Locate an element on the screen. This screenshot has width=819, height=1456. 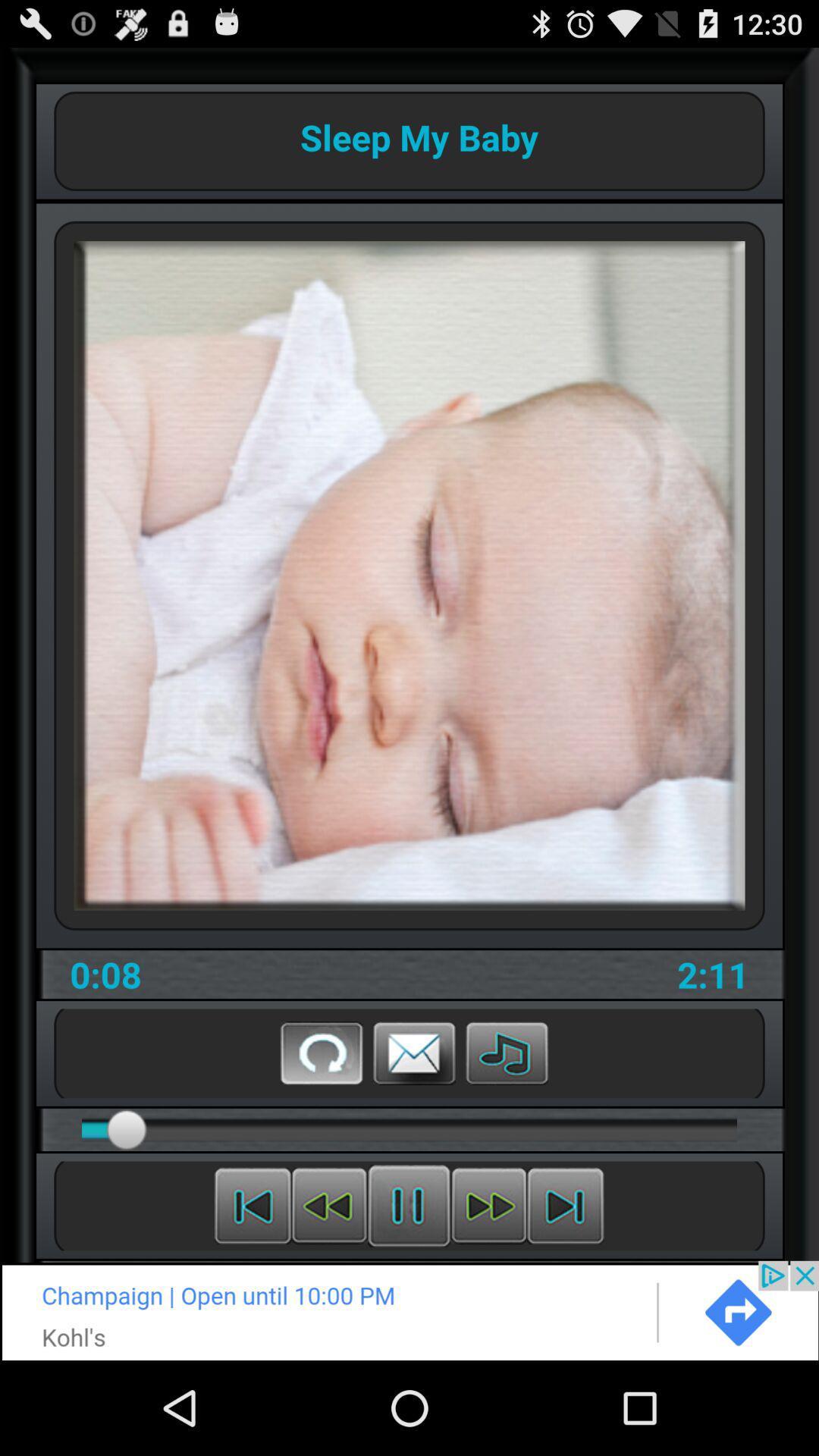
fast forward the given track is located at coordinates (488, 1205).